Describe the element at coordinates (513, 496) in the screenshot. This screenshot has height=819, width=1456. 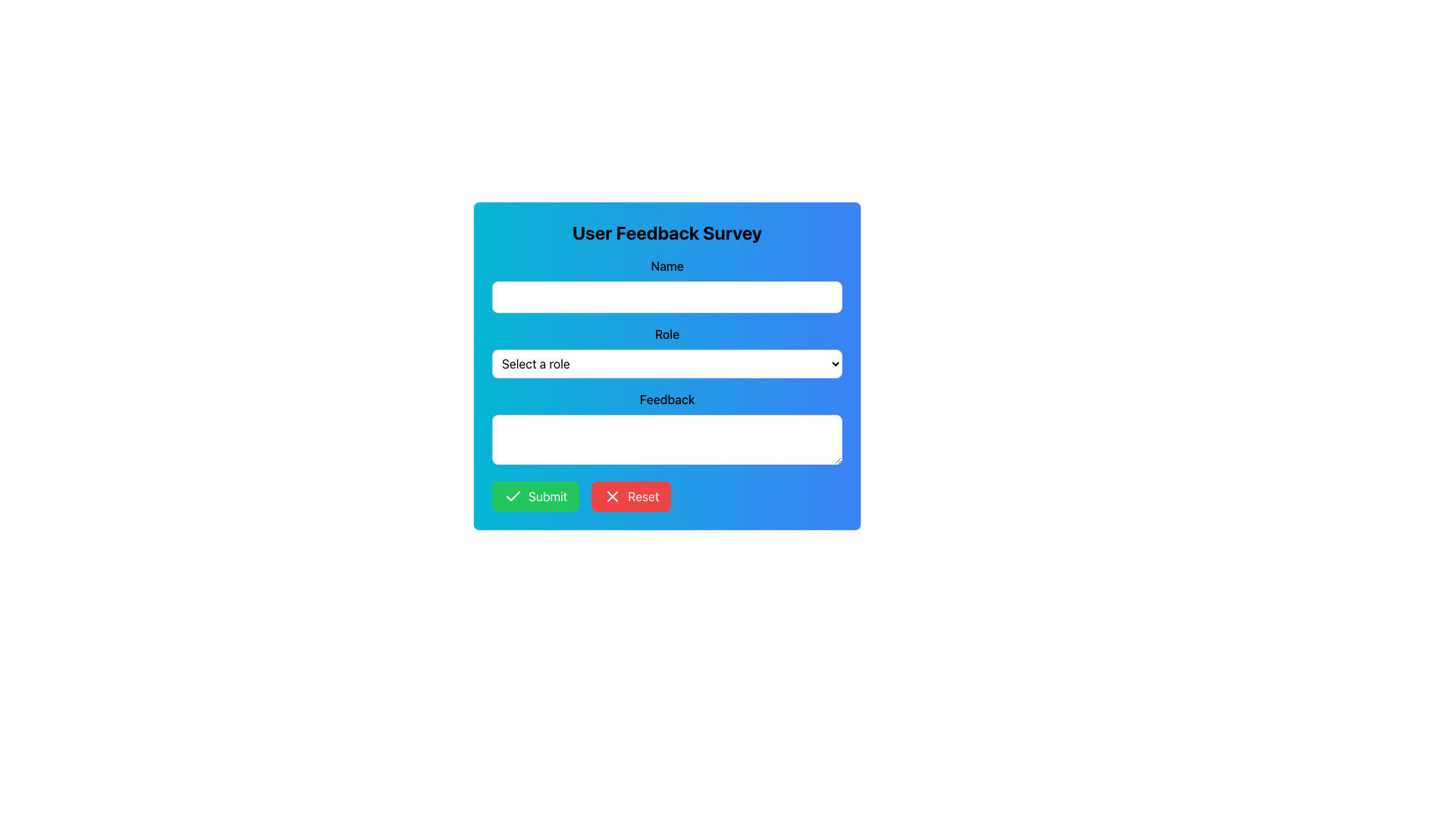
I see `the green 'Submit' button containing a minimalistic checkmark icon located in the bottom-left corner of the interface` at that location.